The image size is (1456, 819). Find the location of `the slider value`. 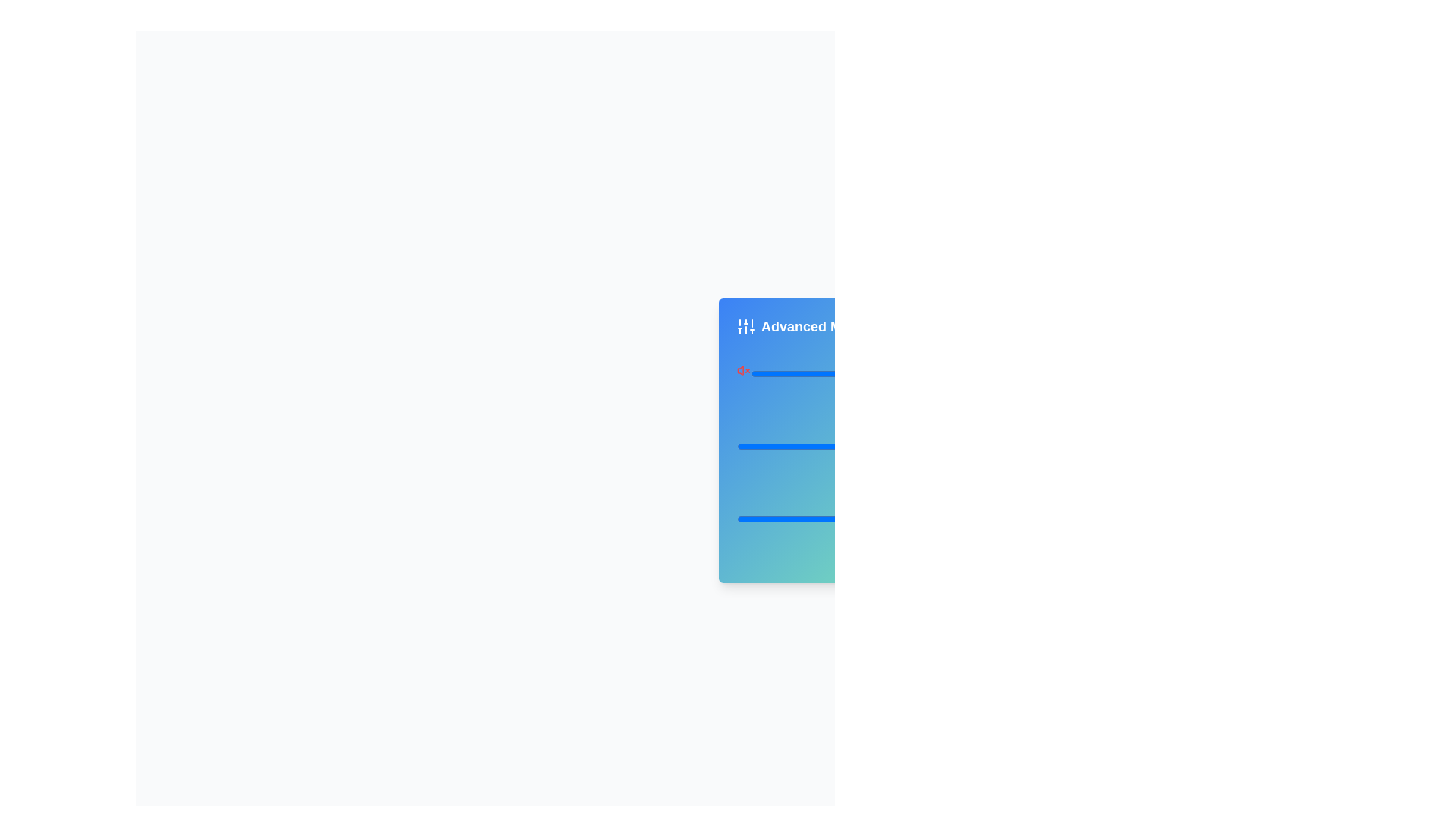

the slider value is located at coordinates (827, 368).